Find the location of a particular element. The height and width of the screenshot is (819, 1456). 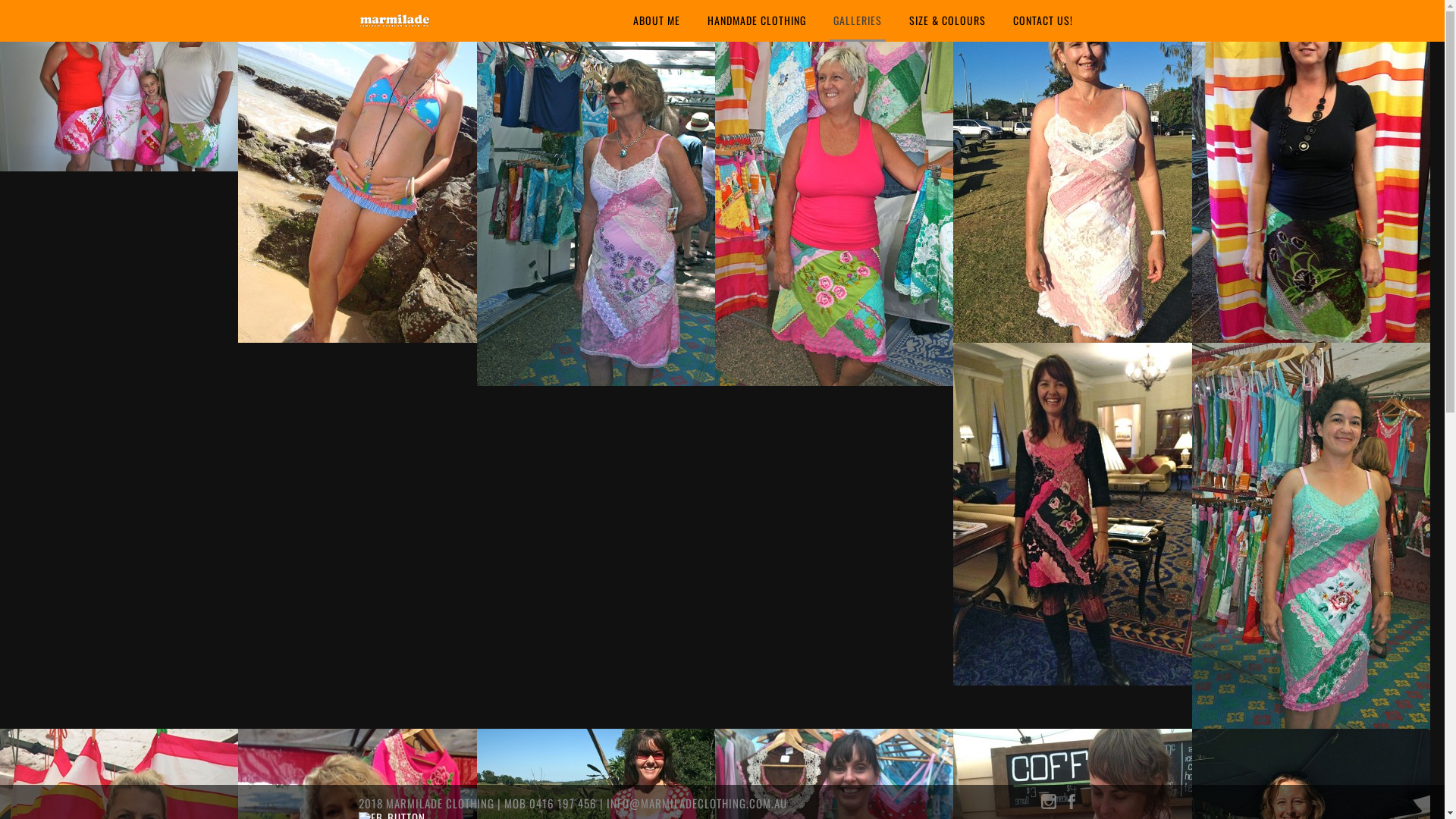

'HANDMADE CLOTHING' is located at coordinates (757, 20).